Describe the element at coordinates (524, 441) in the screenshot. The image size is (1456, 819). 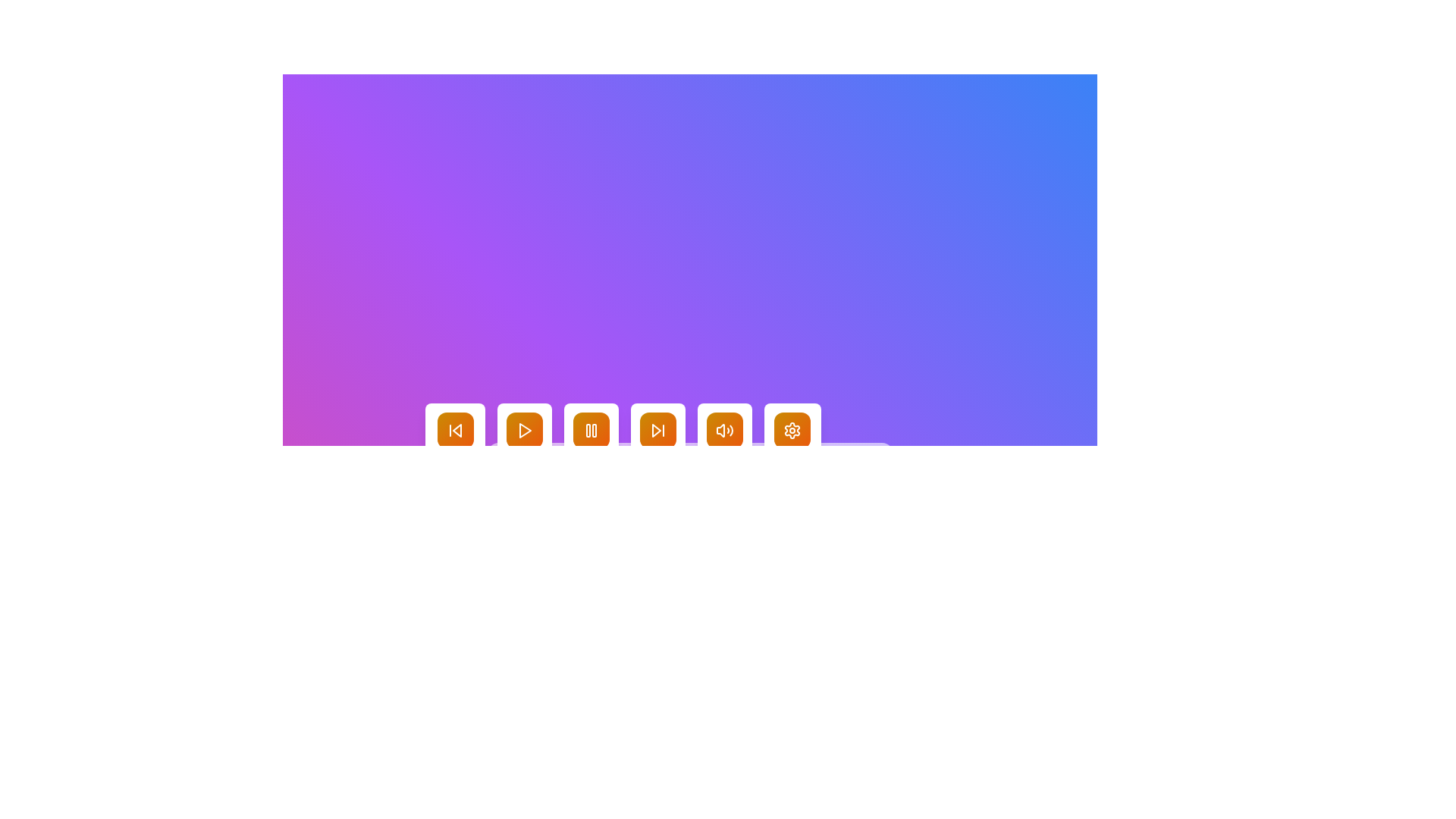
I see `the play control button, which is the second button from the left` at that location.